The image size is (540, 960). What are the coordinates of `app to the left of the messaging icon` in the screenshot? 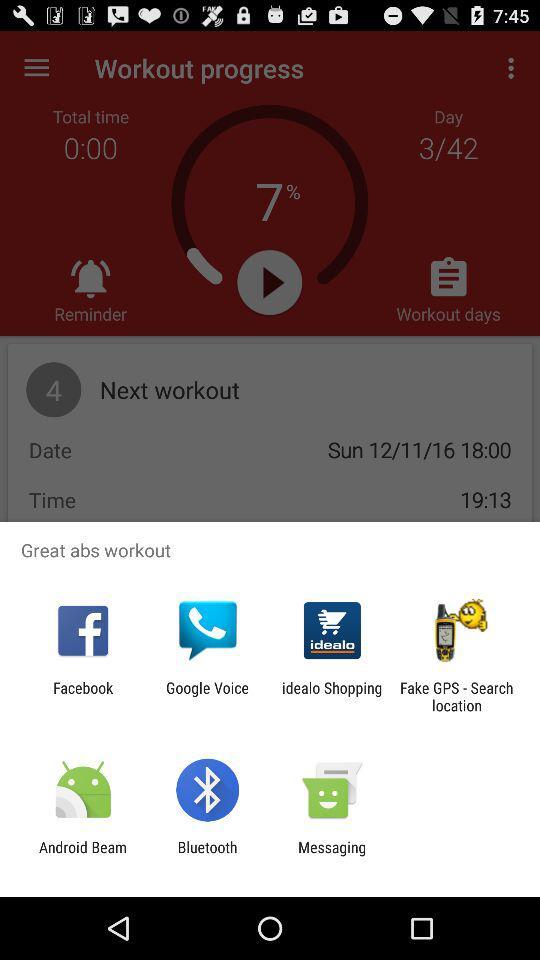 It's located at (206, 855).